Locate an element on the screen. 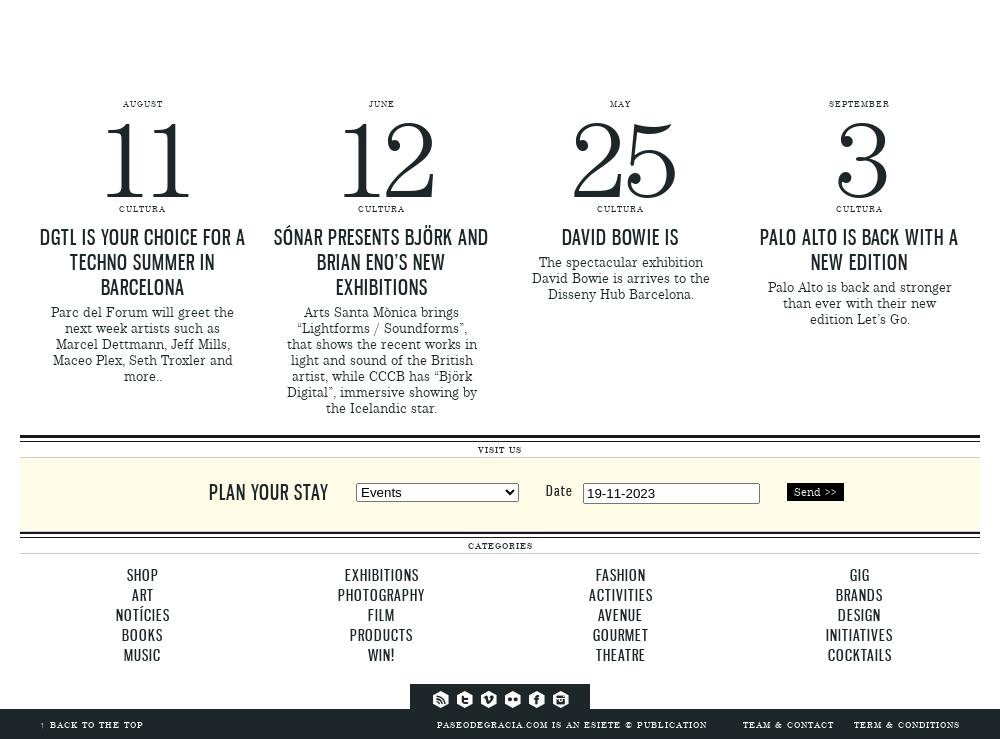  'Brands' is located at coordinates (858, 594).